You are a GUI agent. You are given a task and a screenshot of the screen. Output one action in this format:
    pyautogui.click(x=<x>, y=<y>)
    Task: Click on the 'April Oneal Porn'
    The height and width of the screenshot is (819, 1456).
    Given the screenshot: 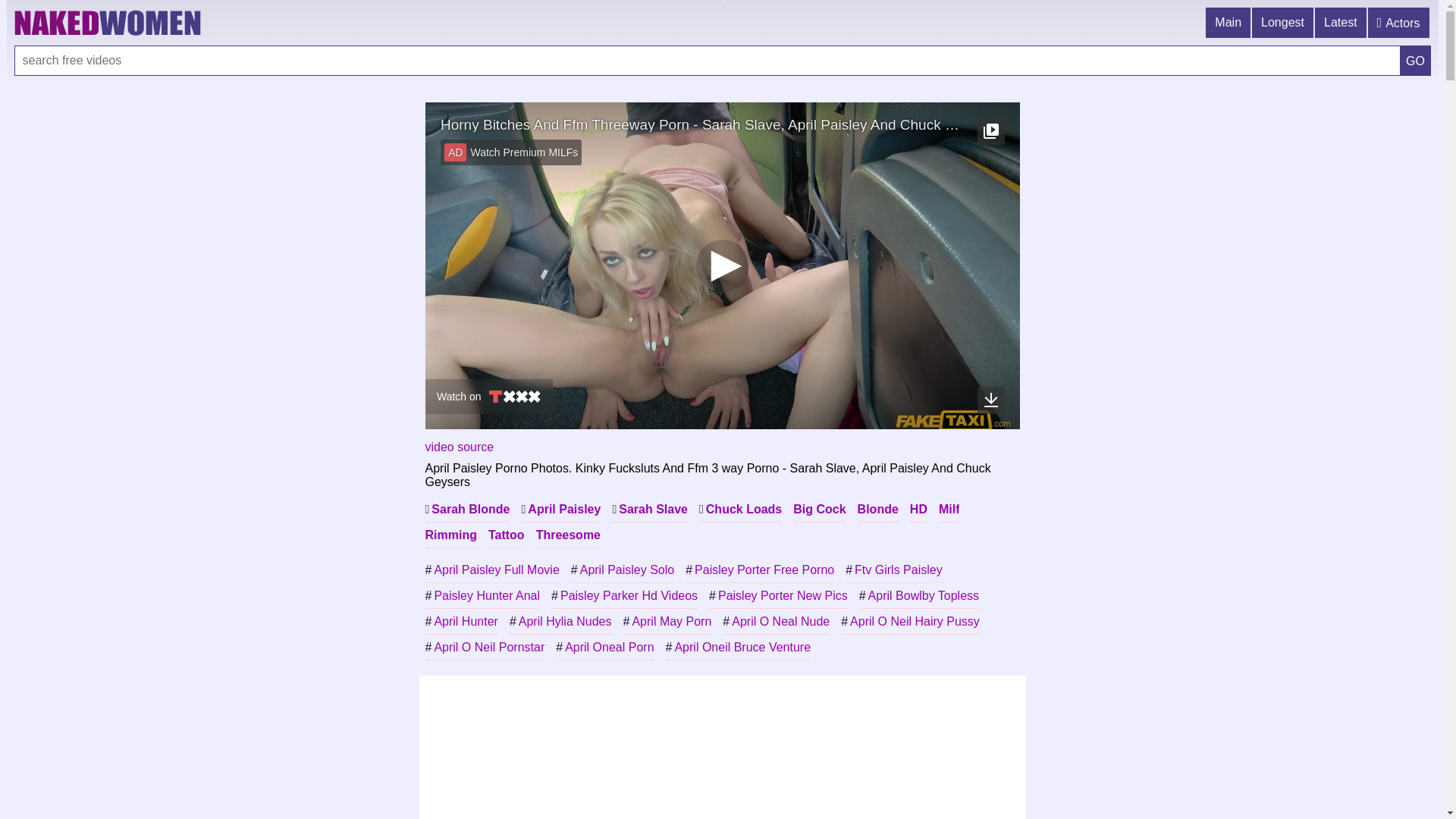 What is the action you would take?
    pyautogui.click(x=604, y=647)
    